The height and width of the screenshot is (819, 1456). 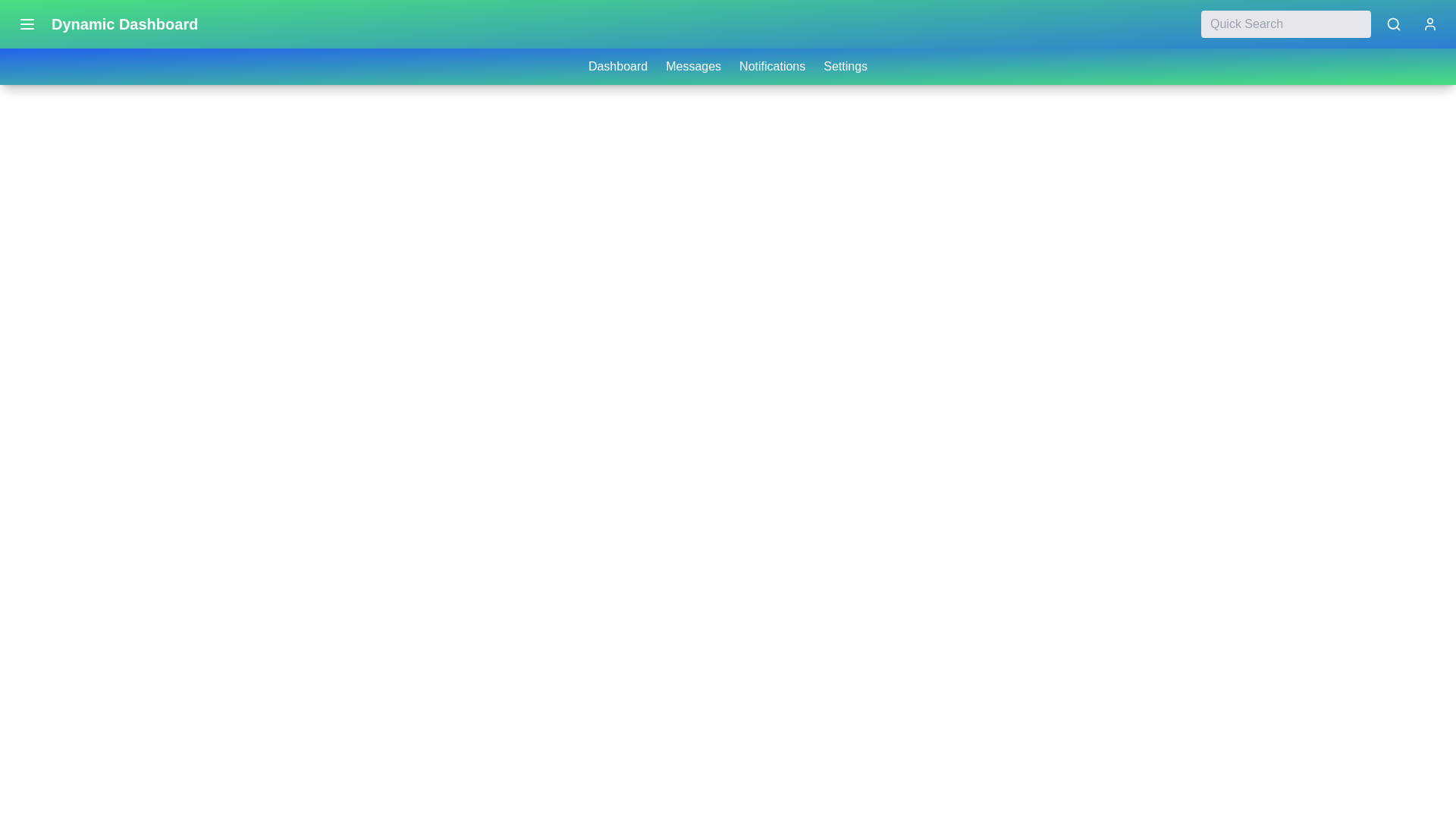 What do you see at coordinates (772, 66) in the screenshot?
I see `the 'Notifications' text label in the horizontal navigation bar` at bounding box center [772, 66].